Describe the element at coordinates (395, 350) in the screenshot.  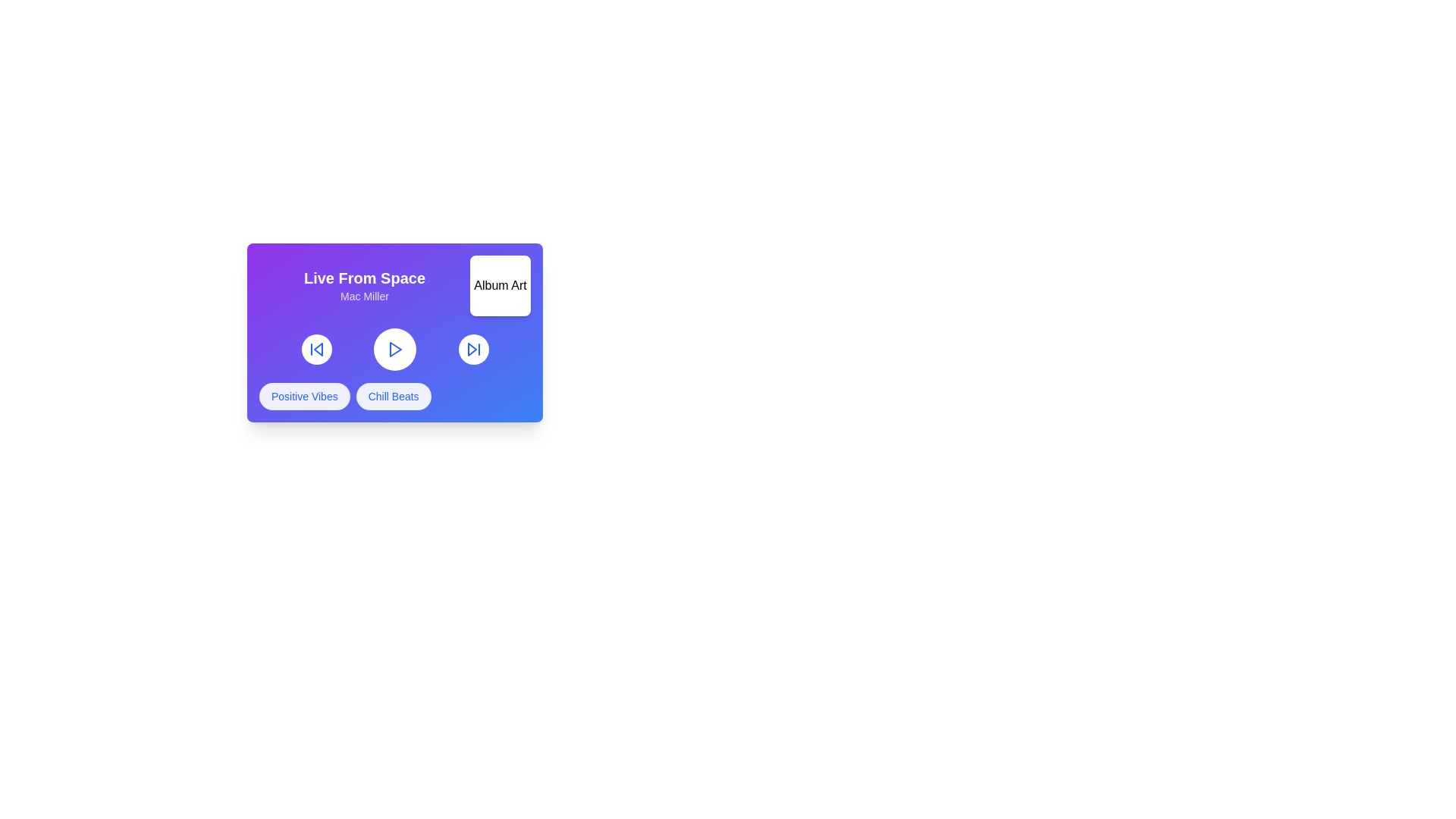
I see `the play button located at the center of the three-button control section` at that location.